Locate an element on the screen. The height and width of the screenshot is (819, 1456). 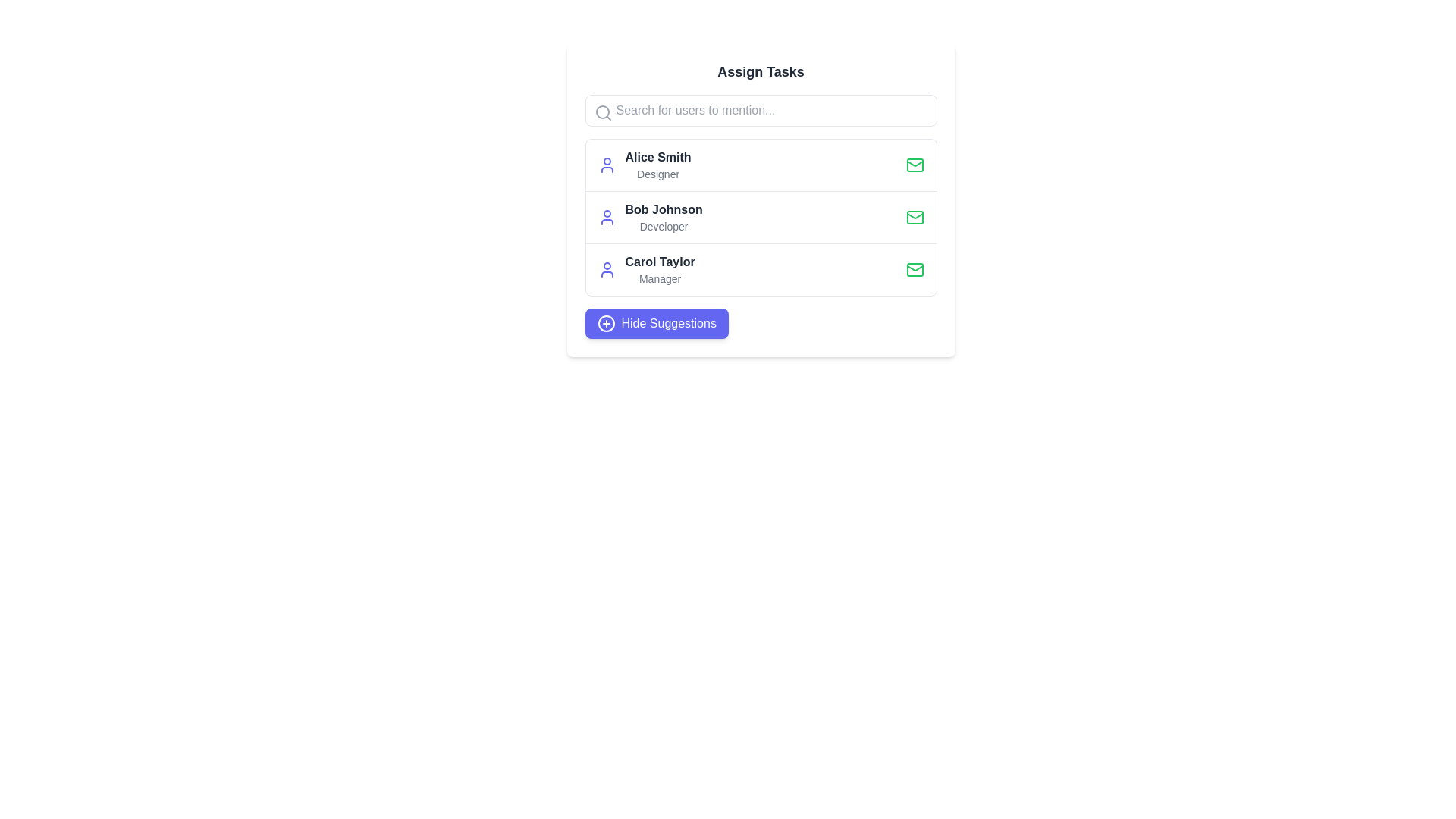
the Text Display element that shows the name and role of an individual, positioned as the third item in a vertical list, between 'Bob Johnson' and other items, with a user icon on the left and a mail icon on the right is located at coordinates (660, 268).